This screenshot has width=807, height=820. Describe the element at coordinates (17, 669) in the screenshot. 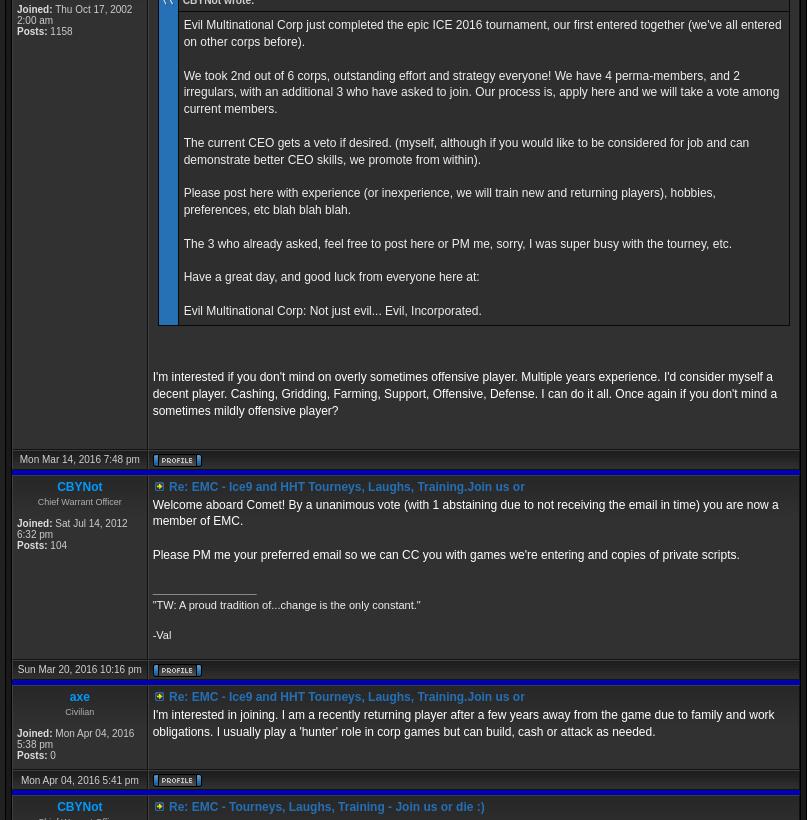

I see `'Sun Mar 20, 2016 10:16 pm'` at that location.